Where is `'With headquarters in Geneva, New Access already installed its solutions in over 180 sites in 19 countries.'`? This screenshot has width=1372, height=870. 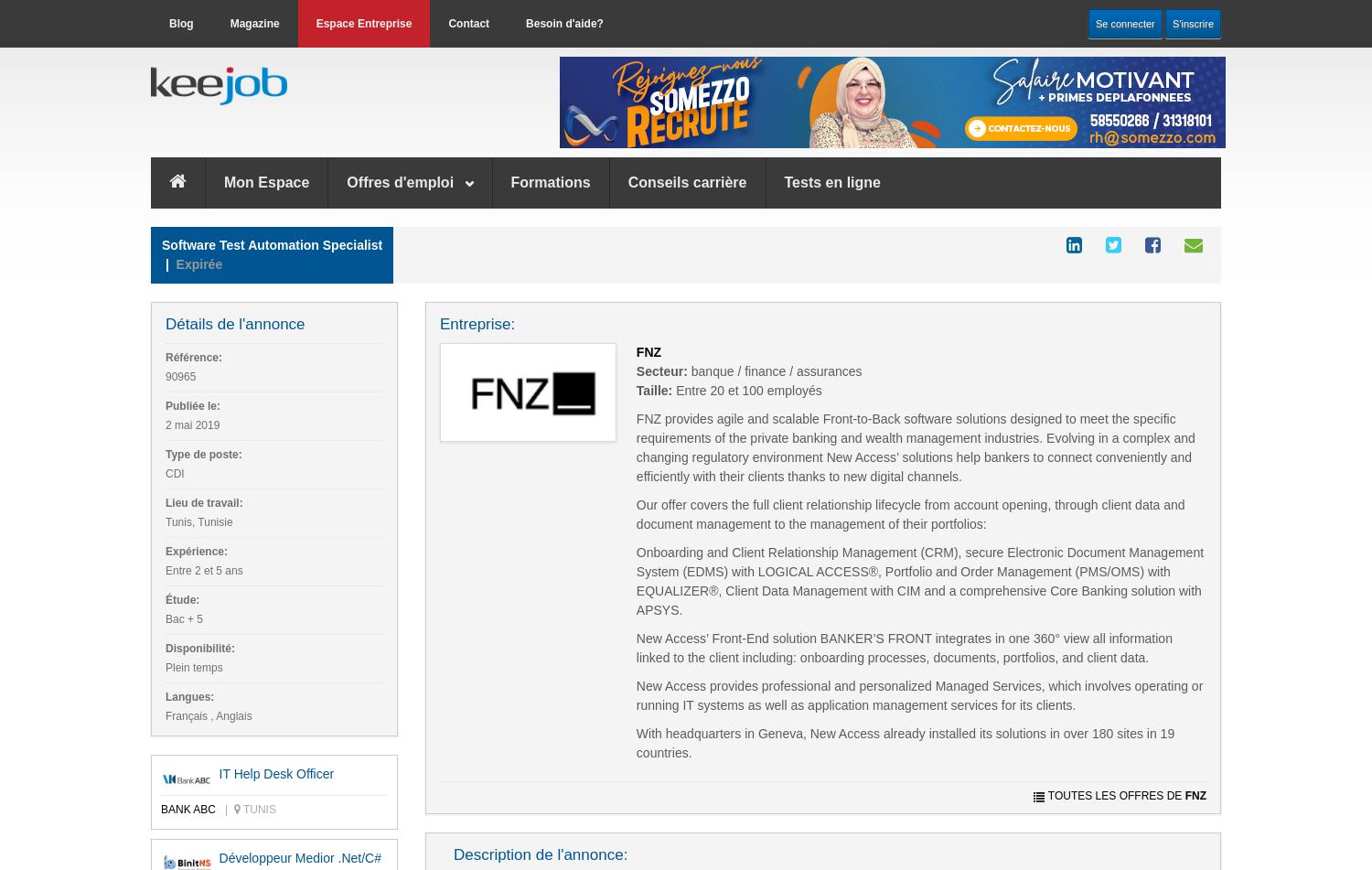
'With headquarters in Geneva, New Access already installed its solutions in over 180 sites in 19 countries.' is located at coordinates (904, 741).